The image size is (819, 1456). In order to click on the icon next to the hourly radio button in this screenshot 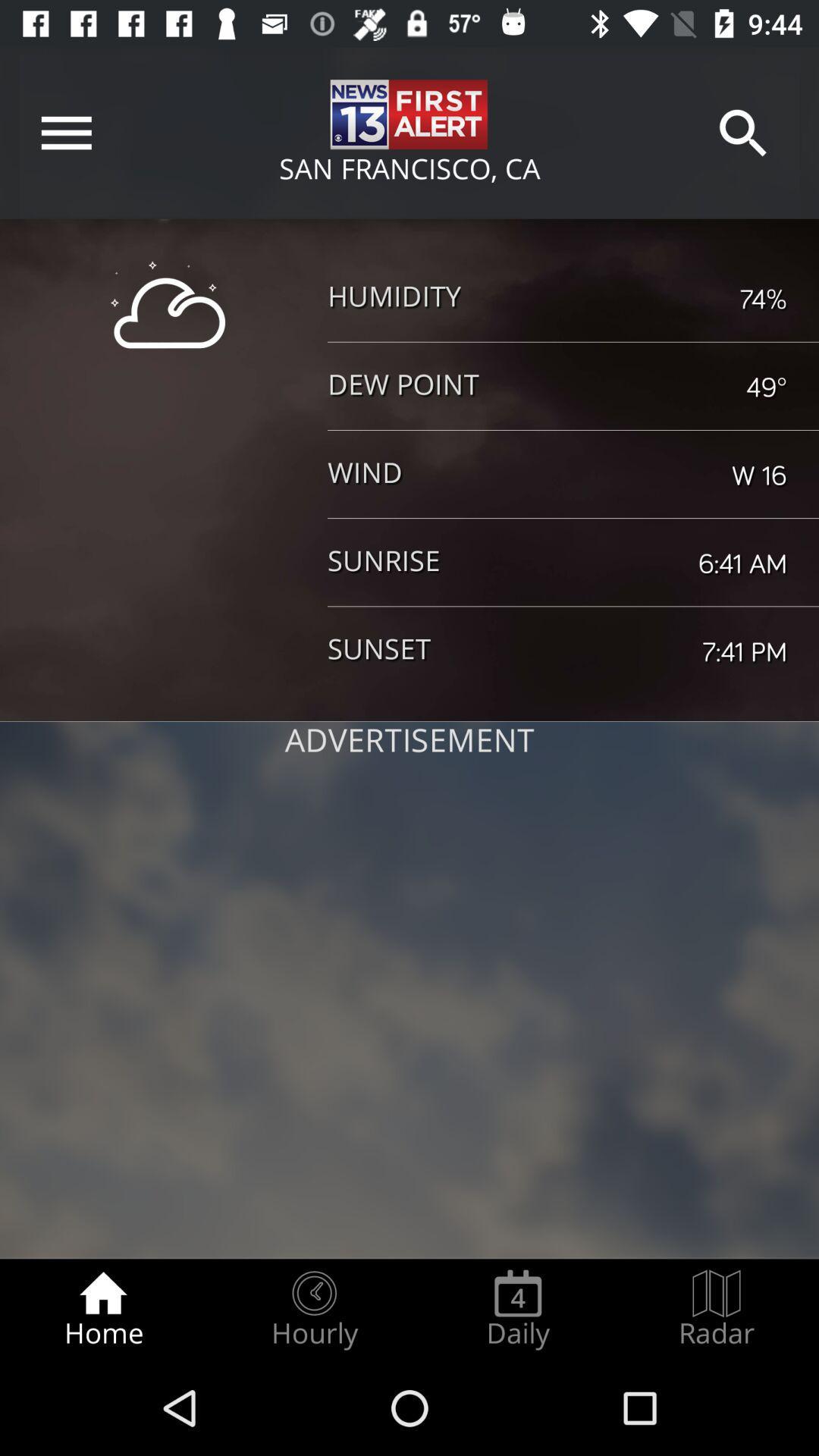, I will do `click(517, 1309)`.